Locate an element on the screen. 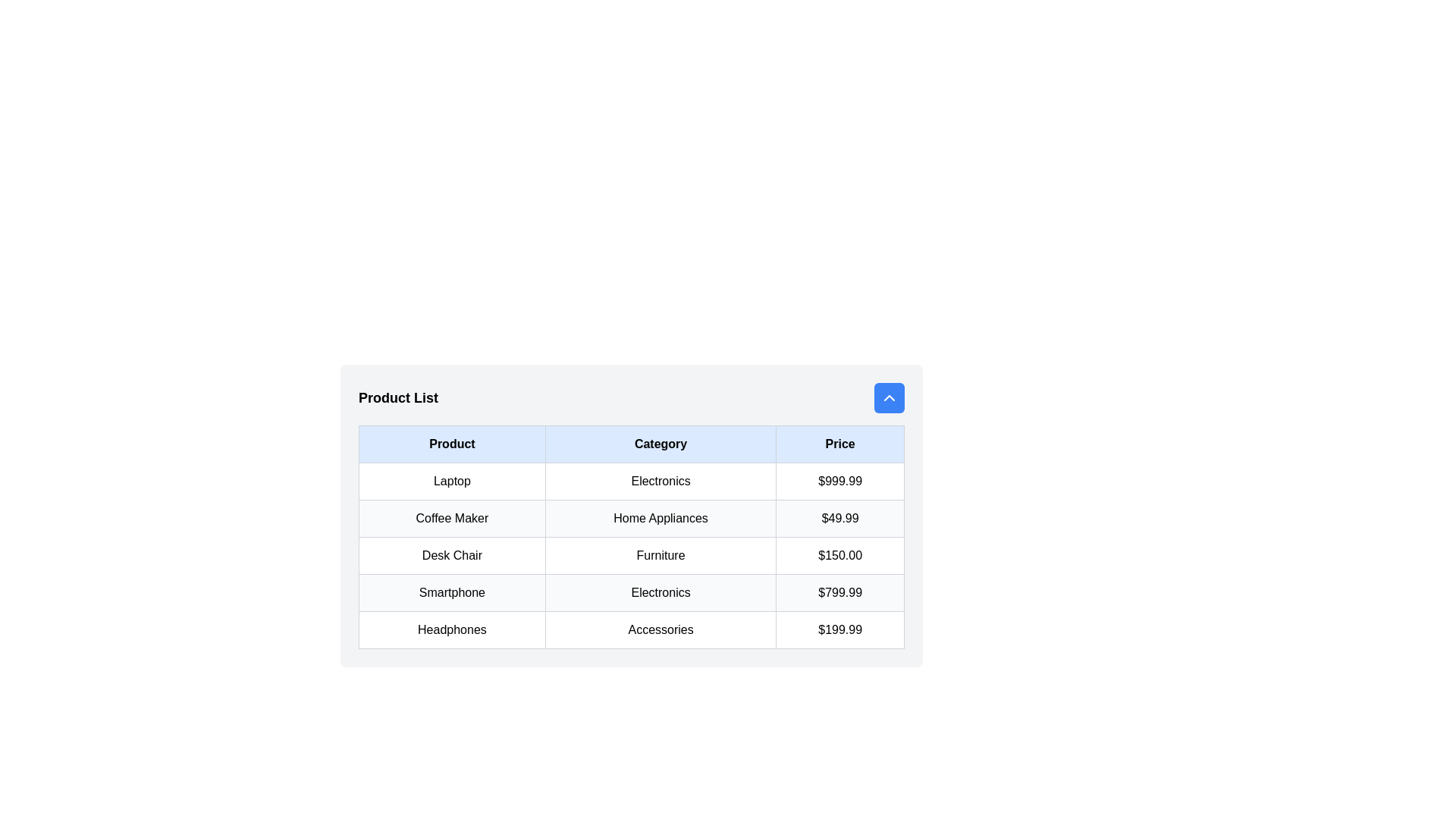 This screenshot has height=819, width=1456. the 'Furniture' text label, which is displayed in bold black font within the 'Category' column of the table row containing 'Desk Chair' and '$150.00' is located at coordinates (661, 555).